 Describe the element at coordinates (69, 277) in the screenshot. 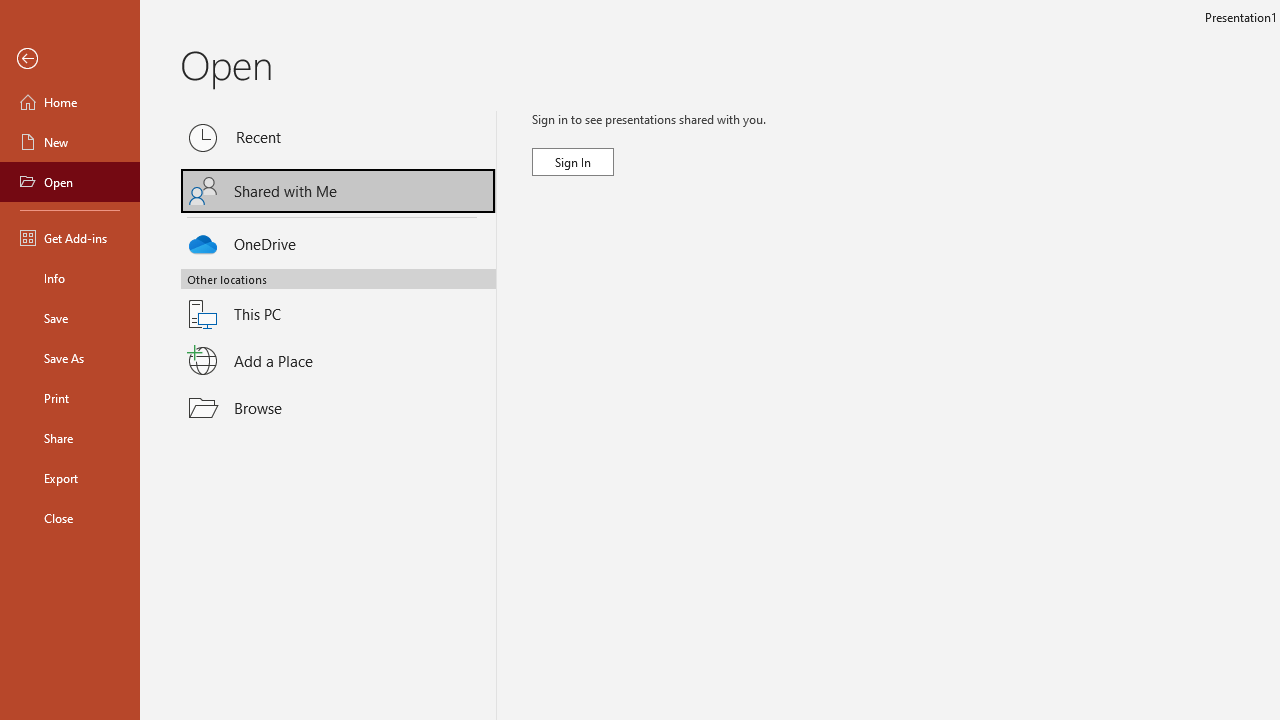

I see `'Info'` at that location.